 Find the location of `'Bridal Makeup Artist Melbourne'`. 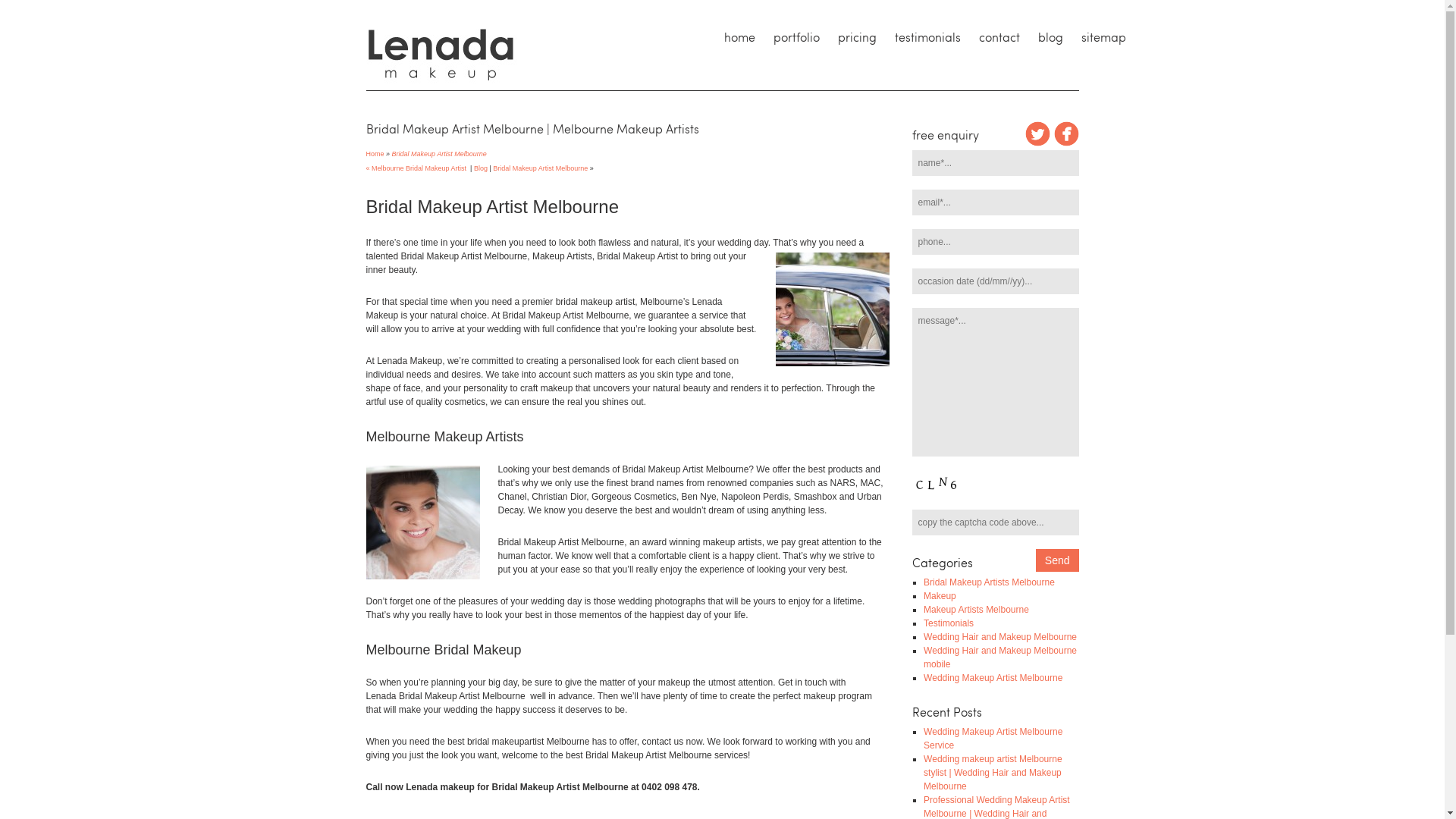

'Bridal Makeup Artist Melbourne' is located at coordinates (540, 168).